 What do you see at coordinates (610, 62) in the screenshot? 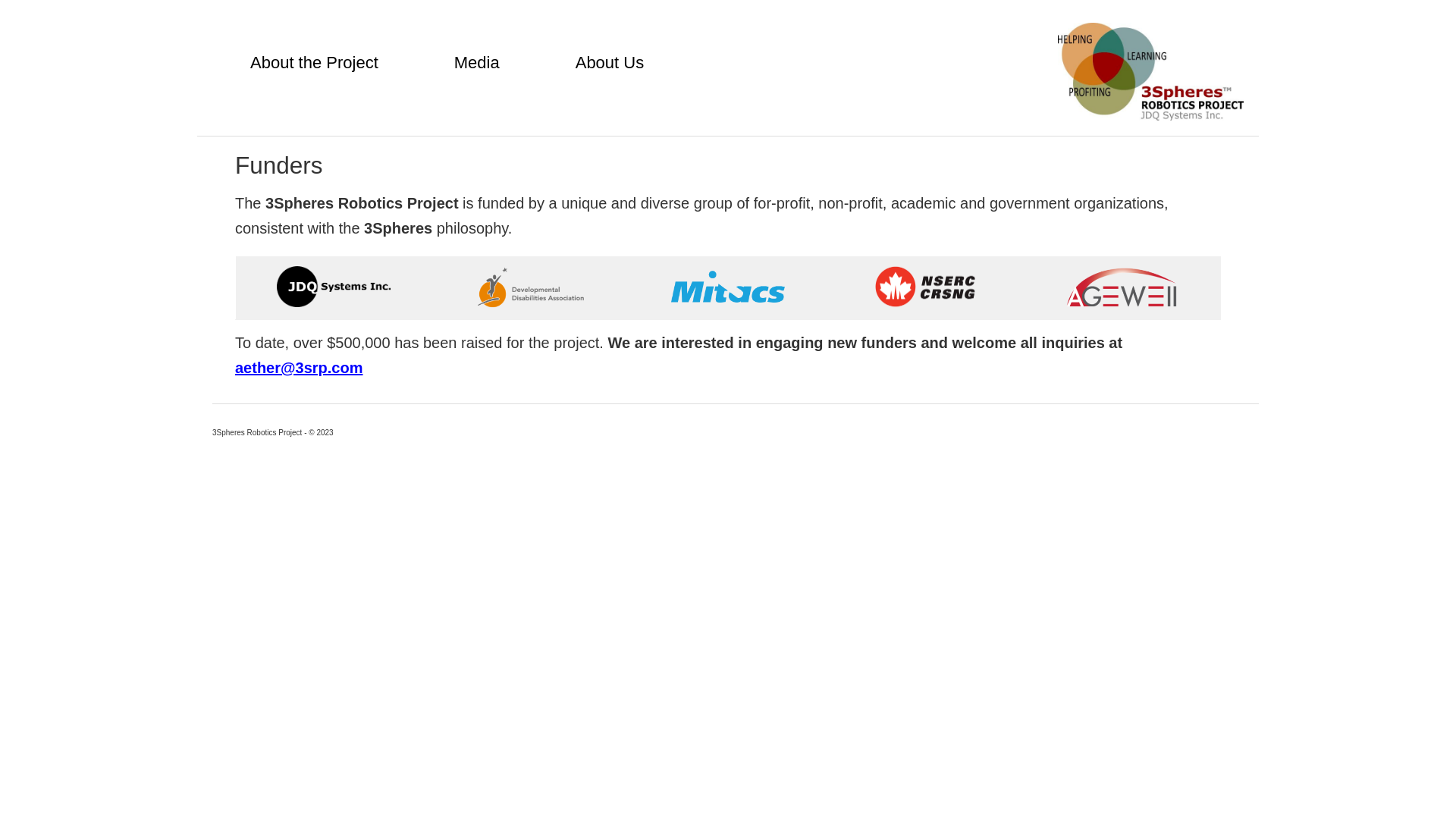
I see `'About Us'` at bounding box center [610, 62].